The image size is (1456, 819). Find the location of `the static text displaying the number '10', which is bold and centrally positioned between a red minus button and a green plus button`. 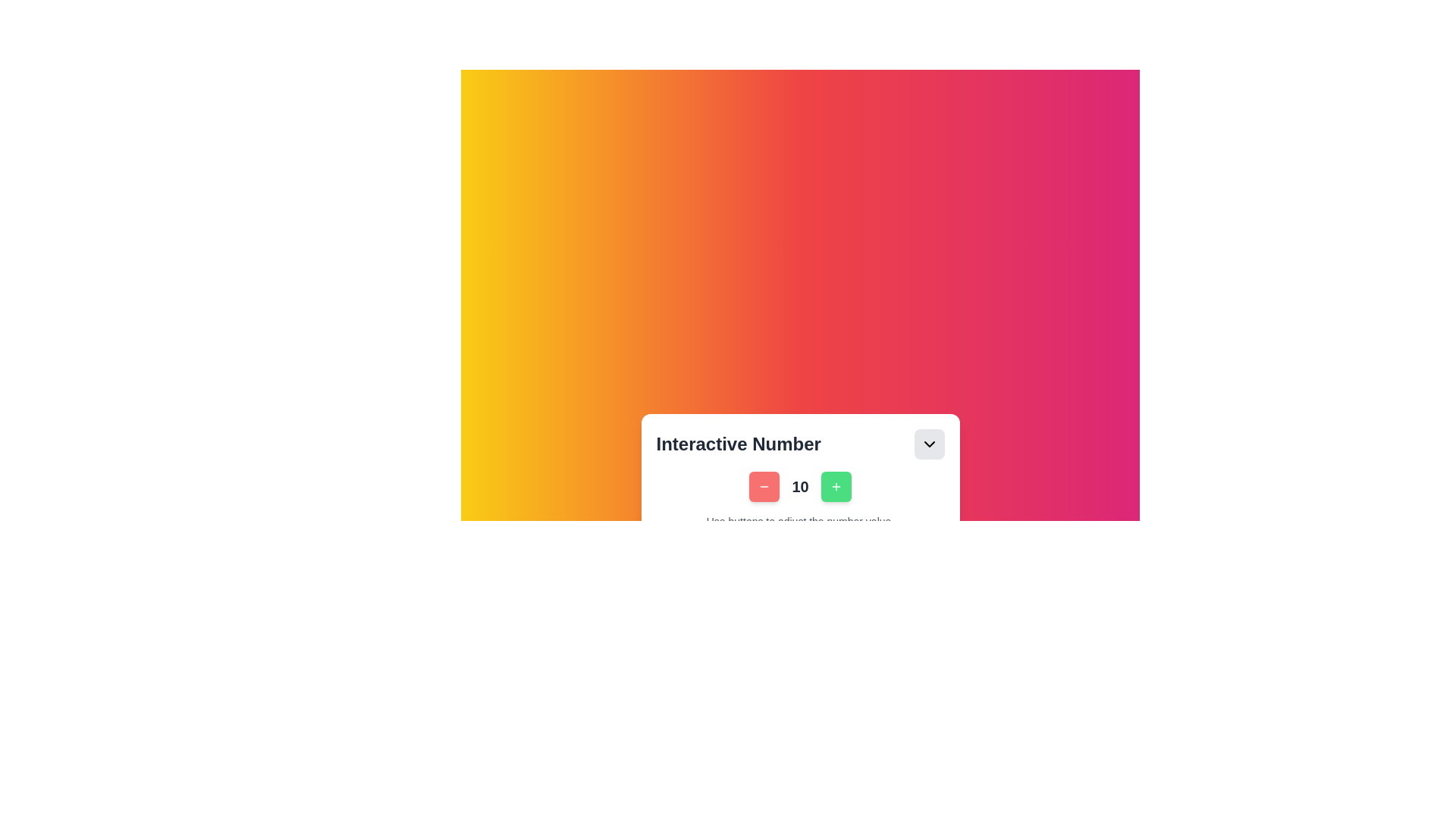

the static text displaying the number '10', which is bold and centrally positioned between a red minus button and a green plus button is located at coordinates (799, 486).